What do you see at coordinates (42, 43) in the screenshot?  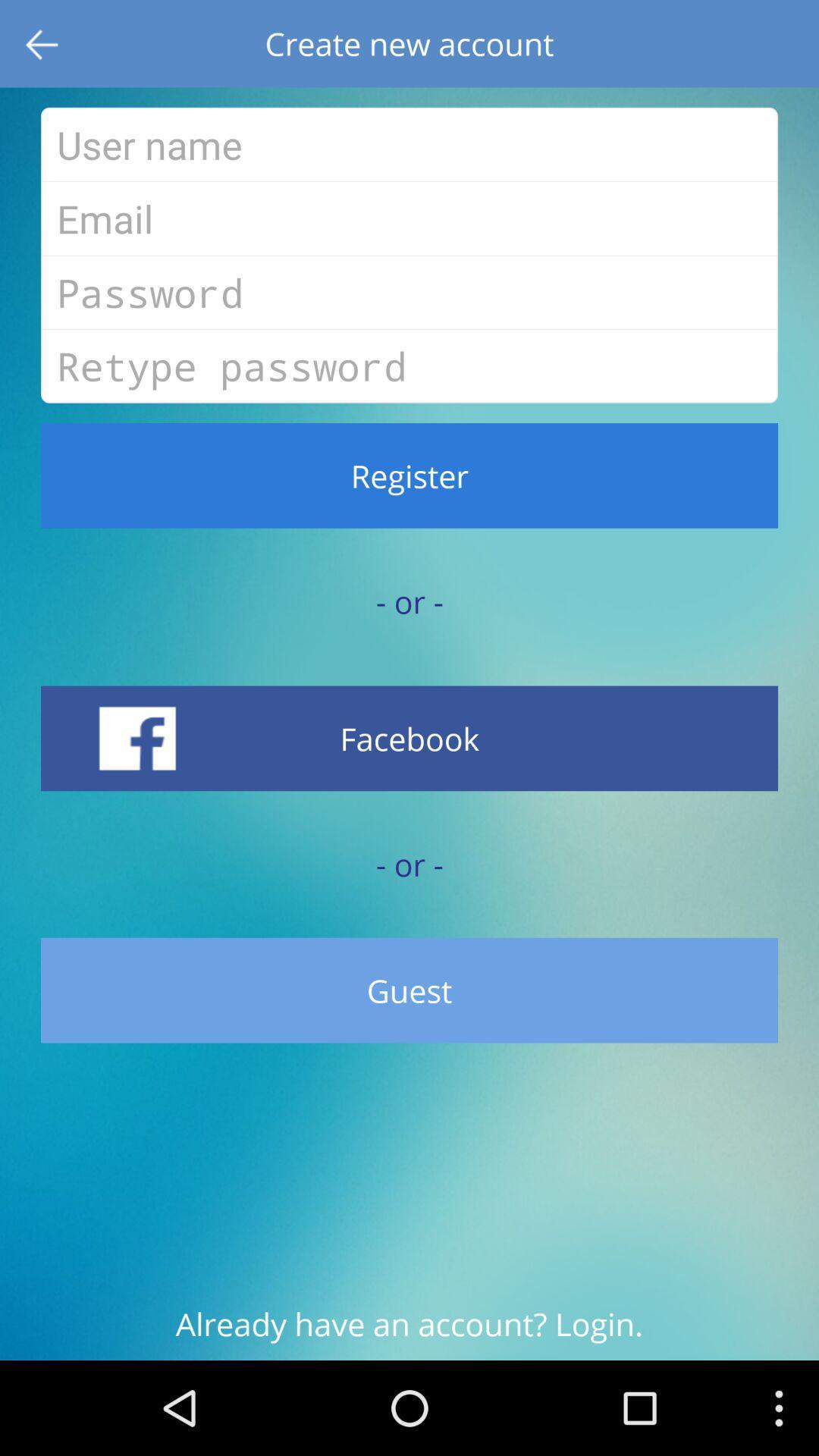 I see `the item next to the create new account` at bounding box center [42, 43].